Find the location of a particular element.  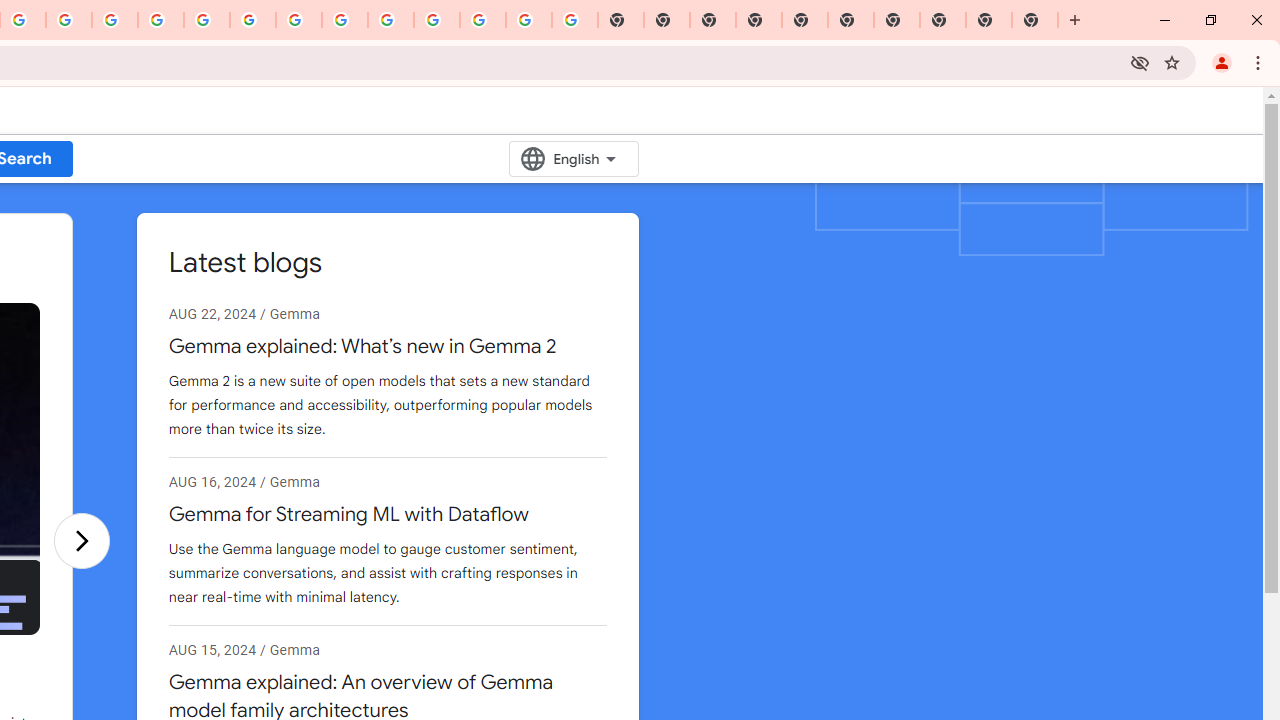

'Next slide' is located at coordinates (80, 540).